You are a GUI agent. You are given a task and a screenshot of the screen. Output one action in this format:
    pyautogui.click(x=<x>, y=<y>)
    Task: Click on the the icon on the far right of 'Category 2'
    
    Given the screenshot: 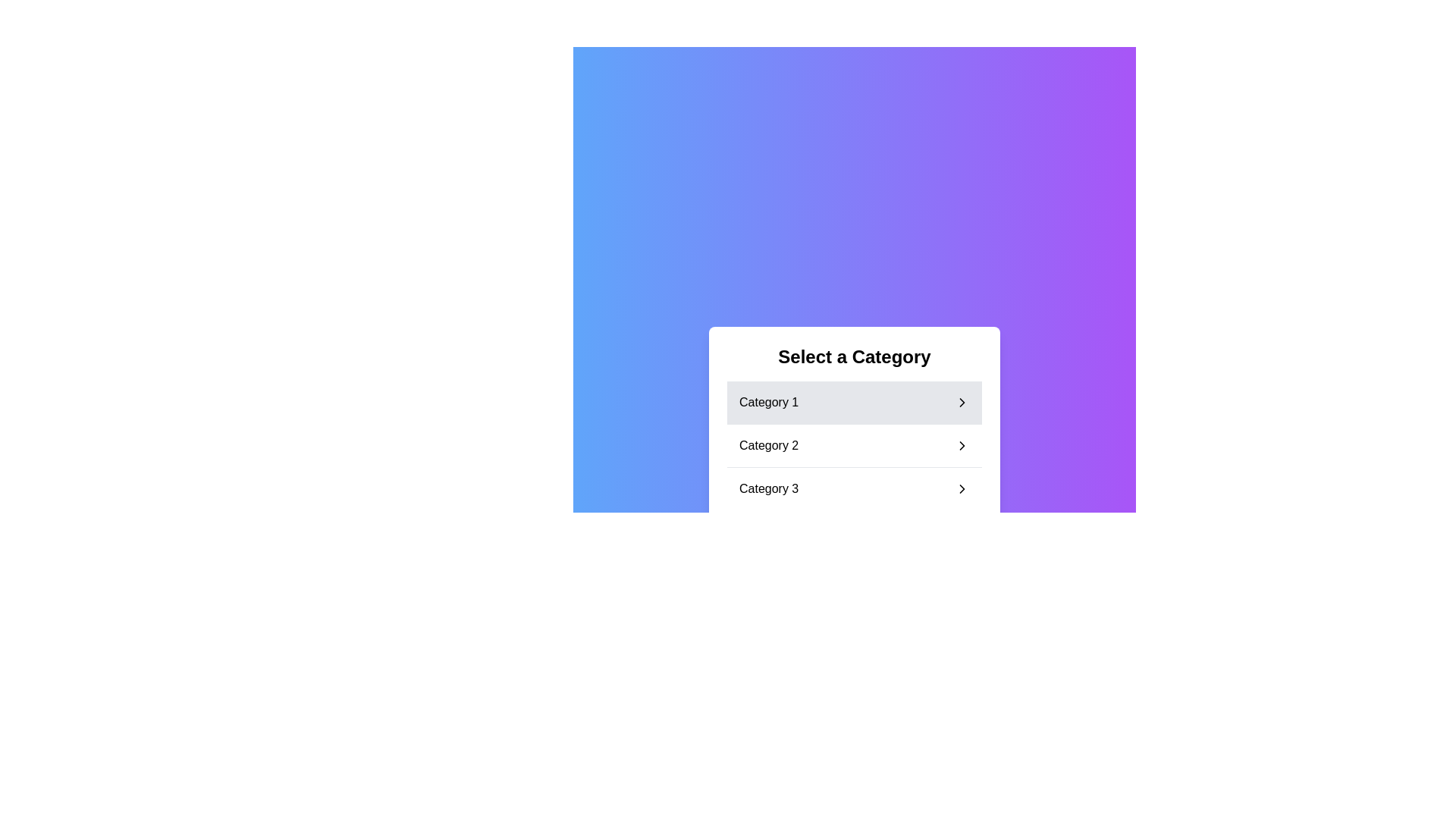 What is the action you would take?
    pyautogui.click(x=961, y=444)
    